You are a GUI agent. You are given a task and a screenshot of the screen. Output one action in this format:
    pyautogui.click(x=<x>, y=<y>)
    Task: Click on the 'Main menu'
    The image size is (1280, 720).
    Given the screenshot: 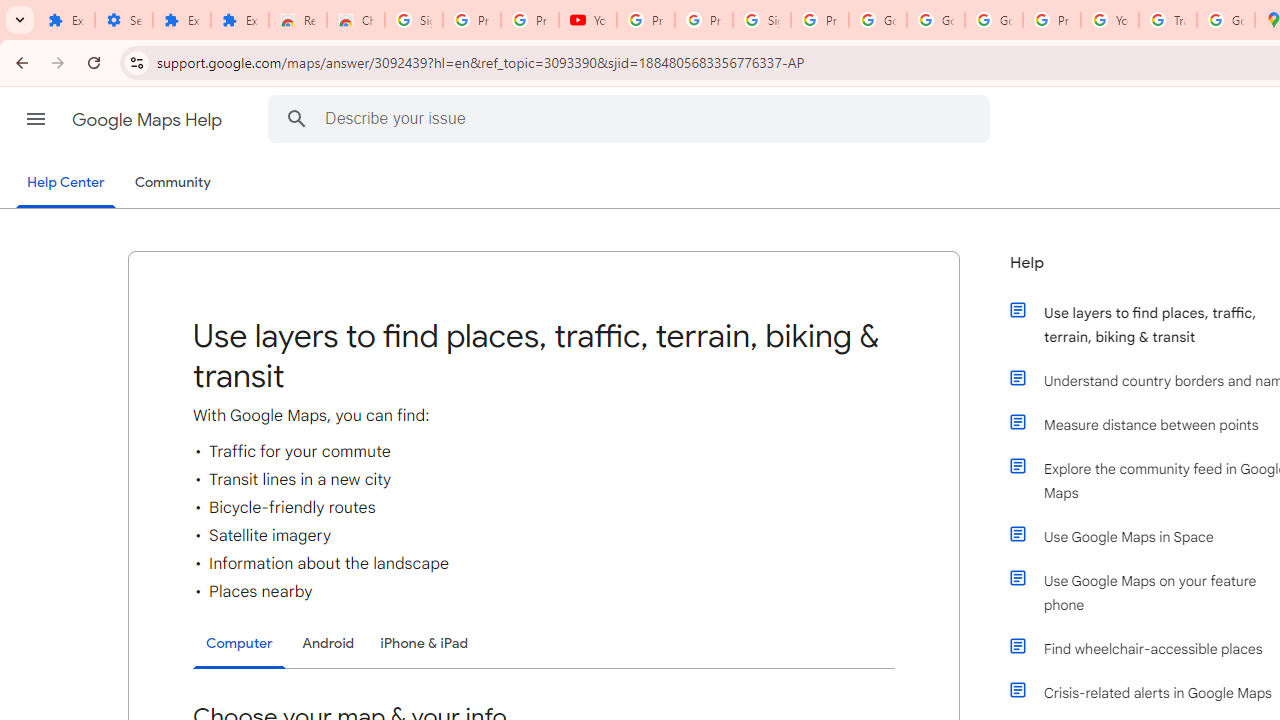 What is the action you would take?
    pyautogui.click(x=35, y=119)
    